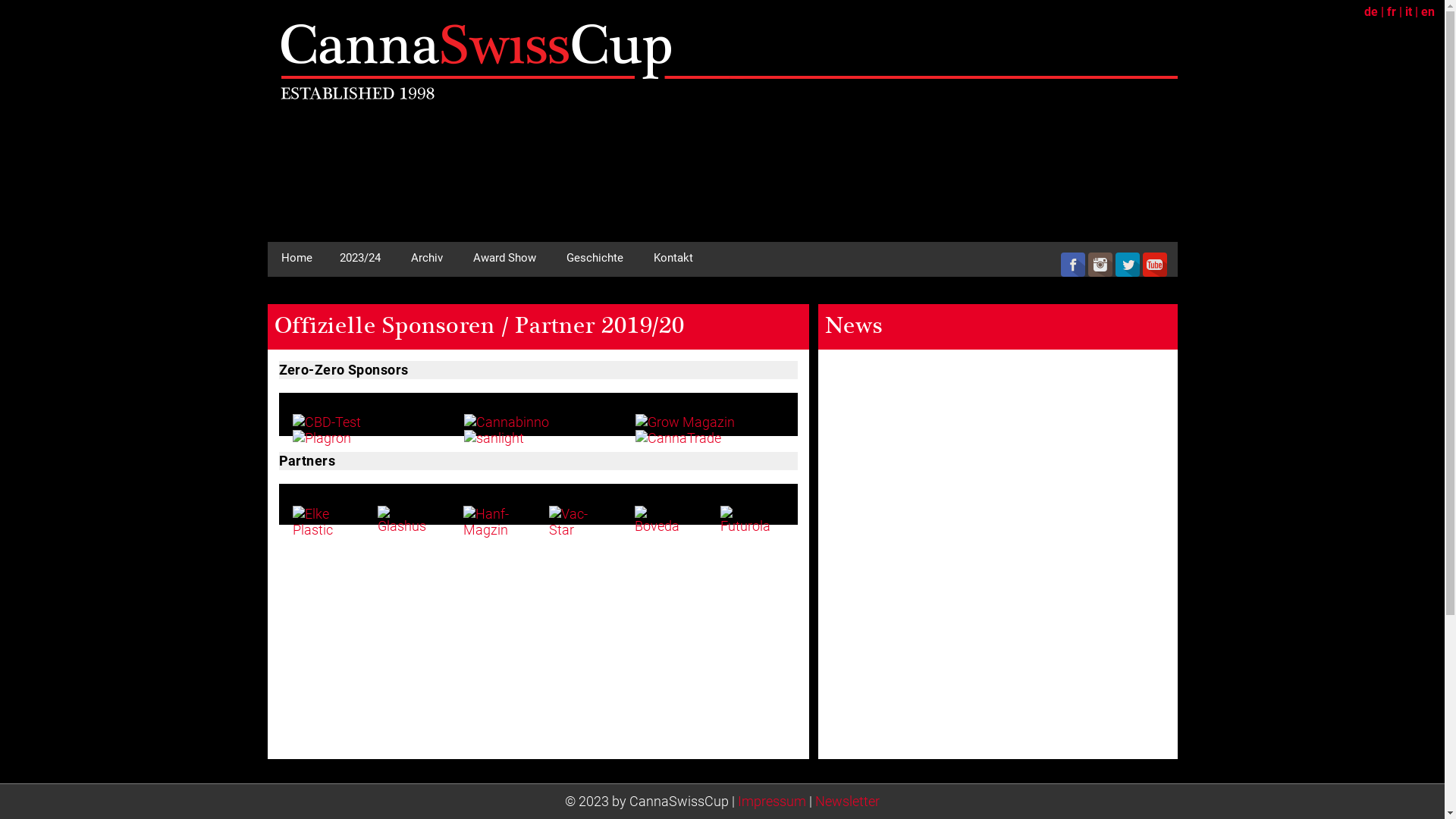  I want to click on 'Vac-Star', so click(576, 520).